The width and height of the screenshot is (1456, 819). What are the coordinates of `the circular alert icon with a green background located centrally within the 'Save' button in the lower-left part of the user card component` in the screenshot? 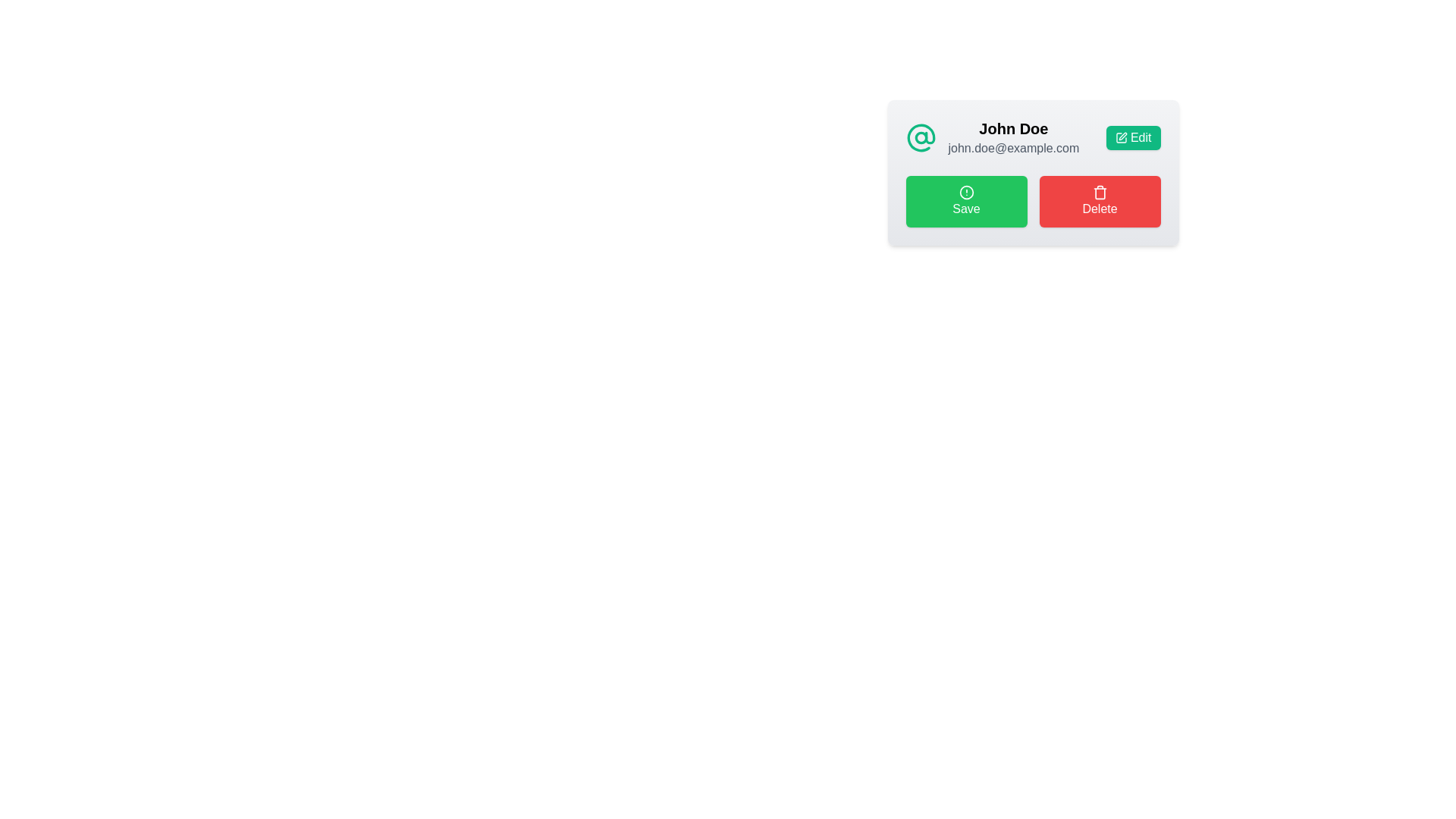 It's located at (965, 192).